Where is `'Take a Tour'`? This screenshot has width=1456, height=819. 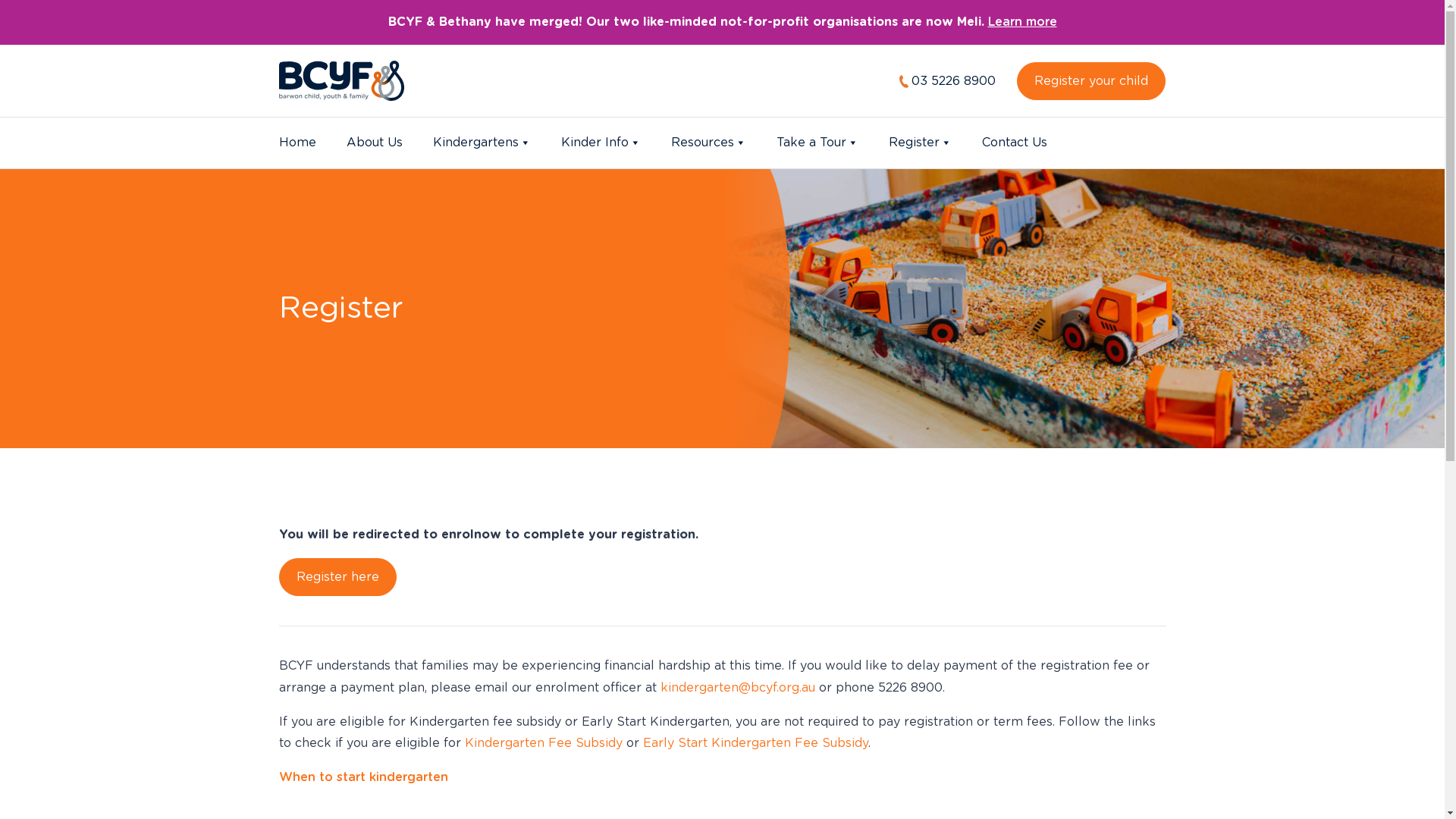
'Take a Tour' is located at coordinates (776, 143).